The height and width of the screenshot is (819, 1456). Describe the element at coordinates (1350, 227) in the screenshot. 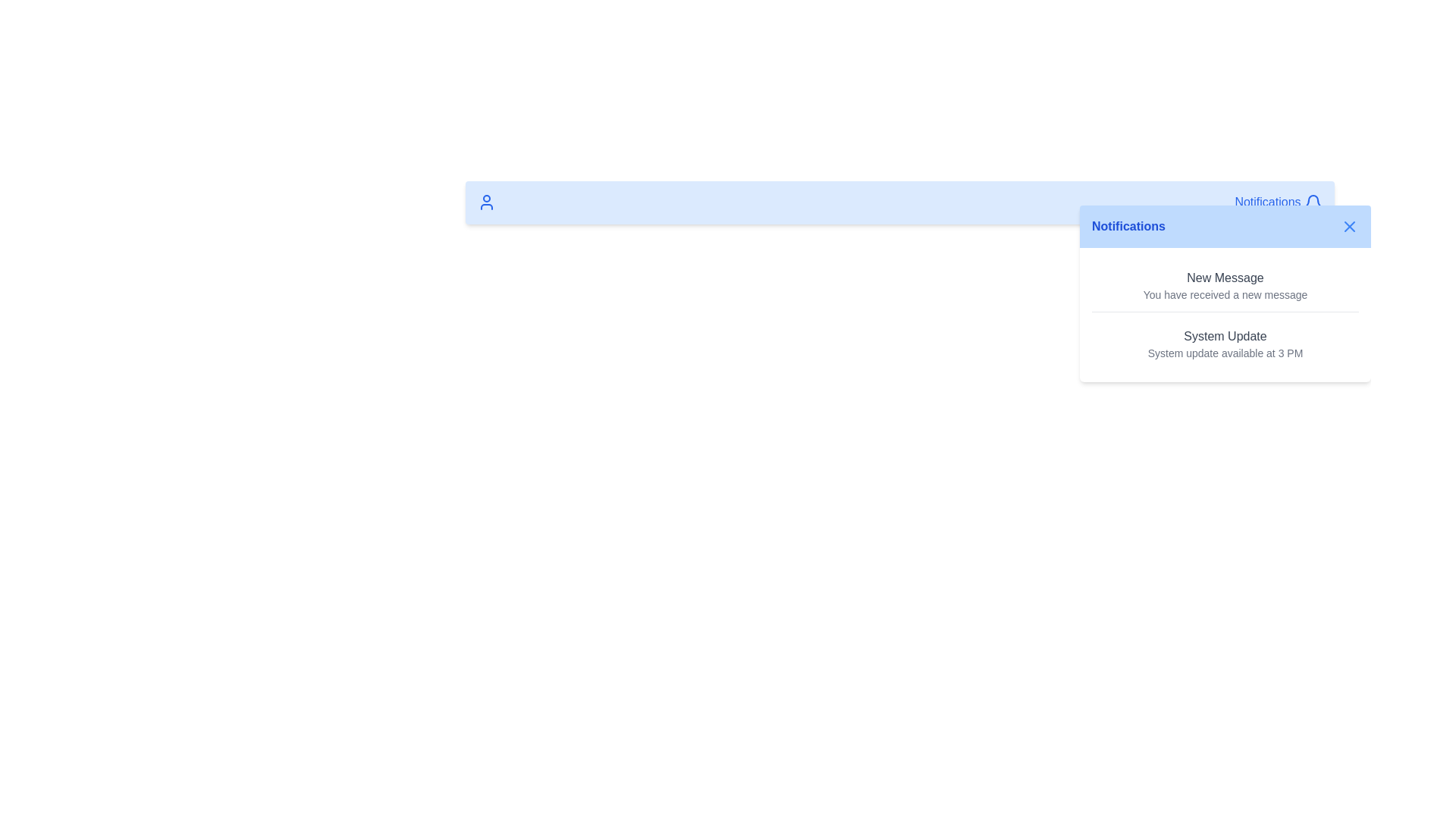

I see `the blue cross-shaped icon in the top-right corner of the 'Notifications' header bar` at that location.